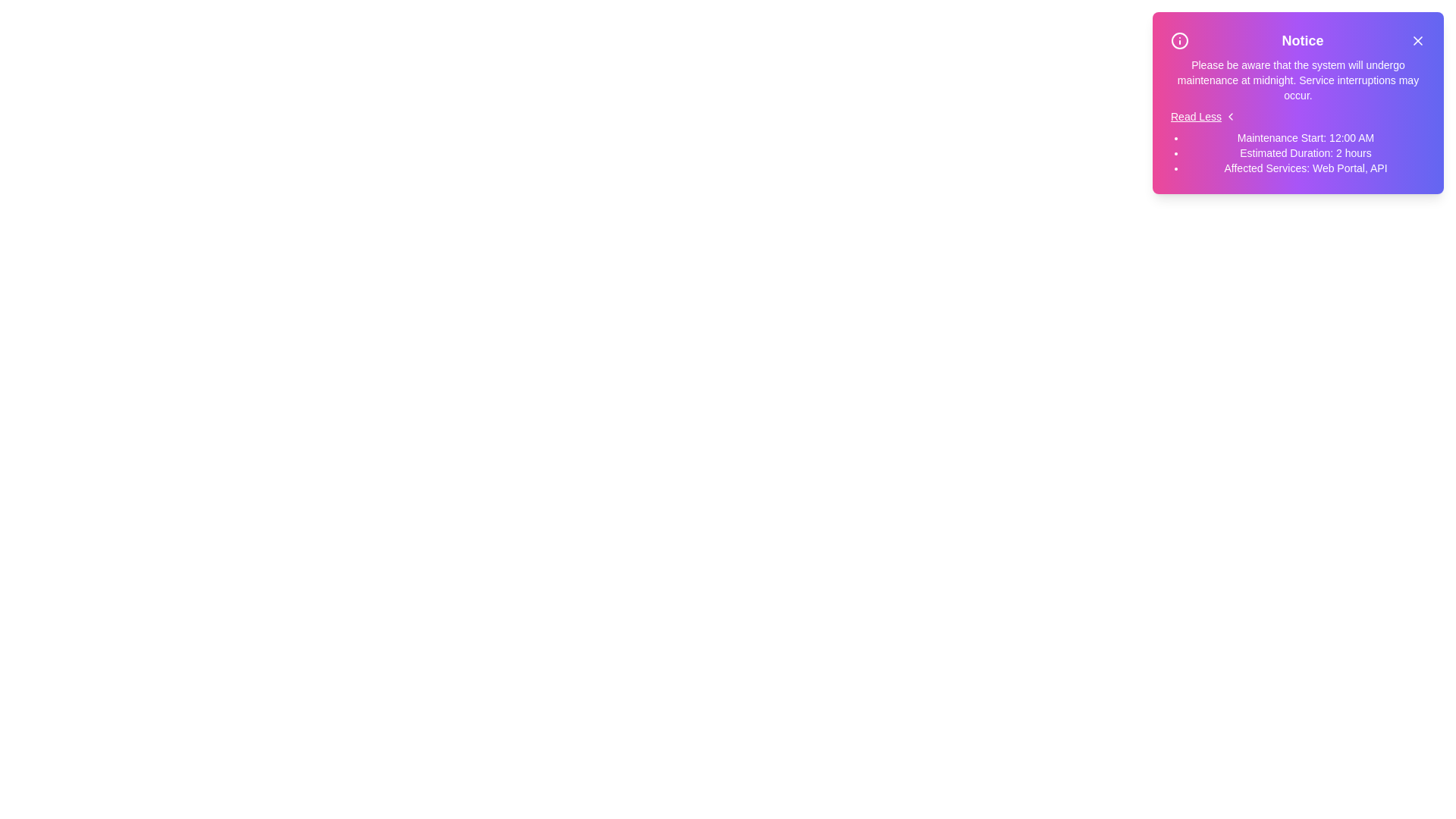 Image resolution: width=1456 pixels, height=819 pixels. I want to click on the close button of the alert to close it, so click(1417, 40).